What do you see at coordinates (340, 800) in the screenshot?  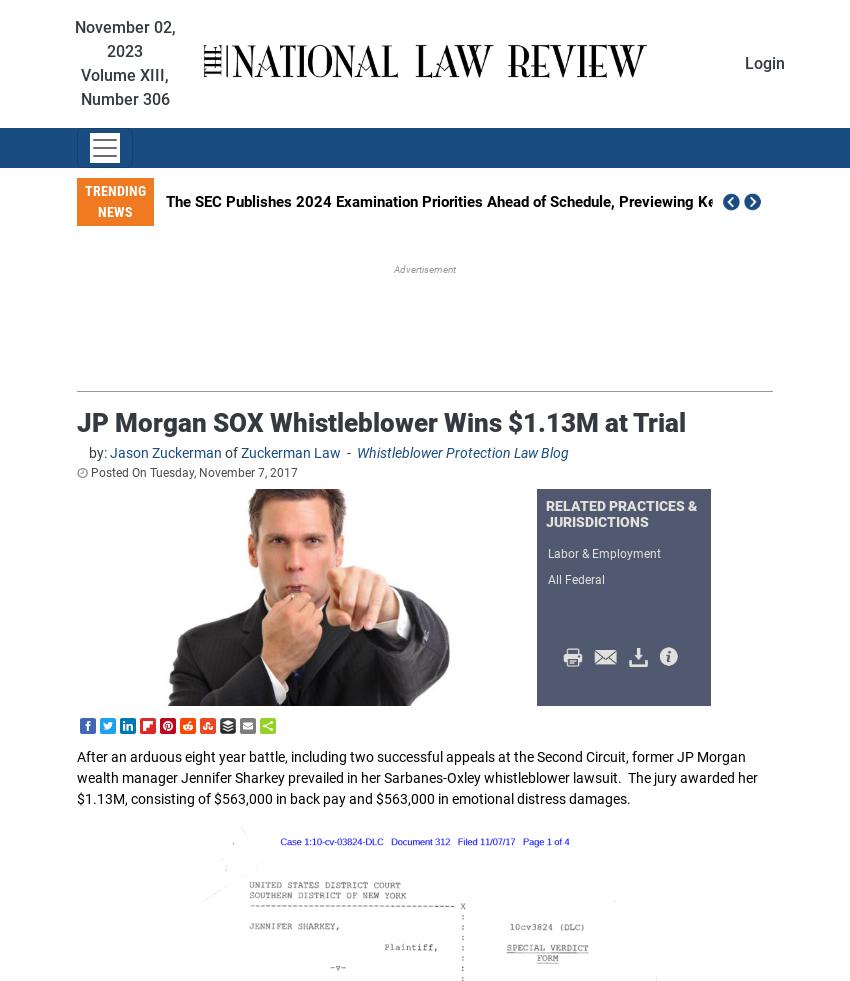 I see `'Cybersecurity Media & FCC'` at bounding box center [340, 800].